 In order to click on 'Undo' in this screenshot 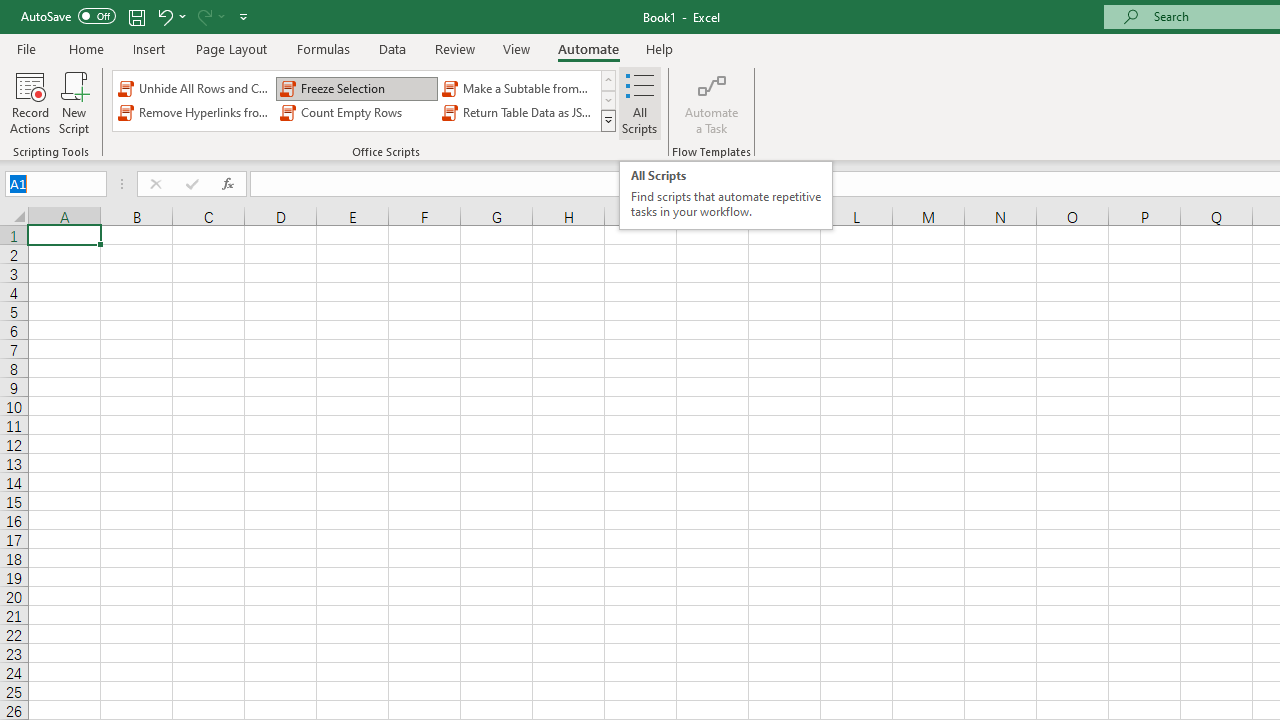, I will do `click(170, 16)`.